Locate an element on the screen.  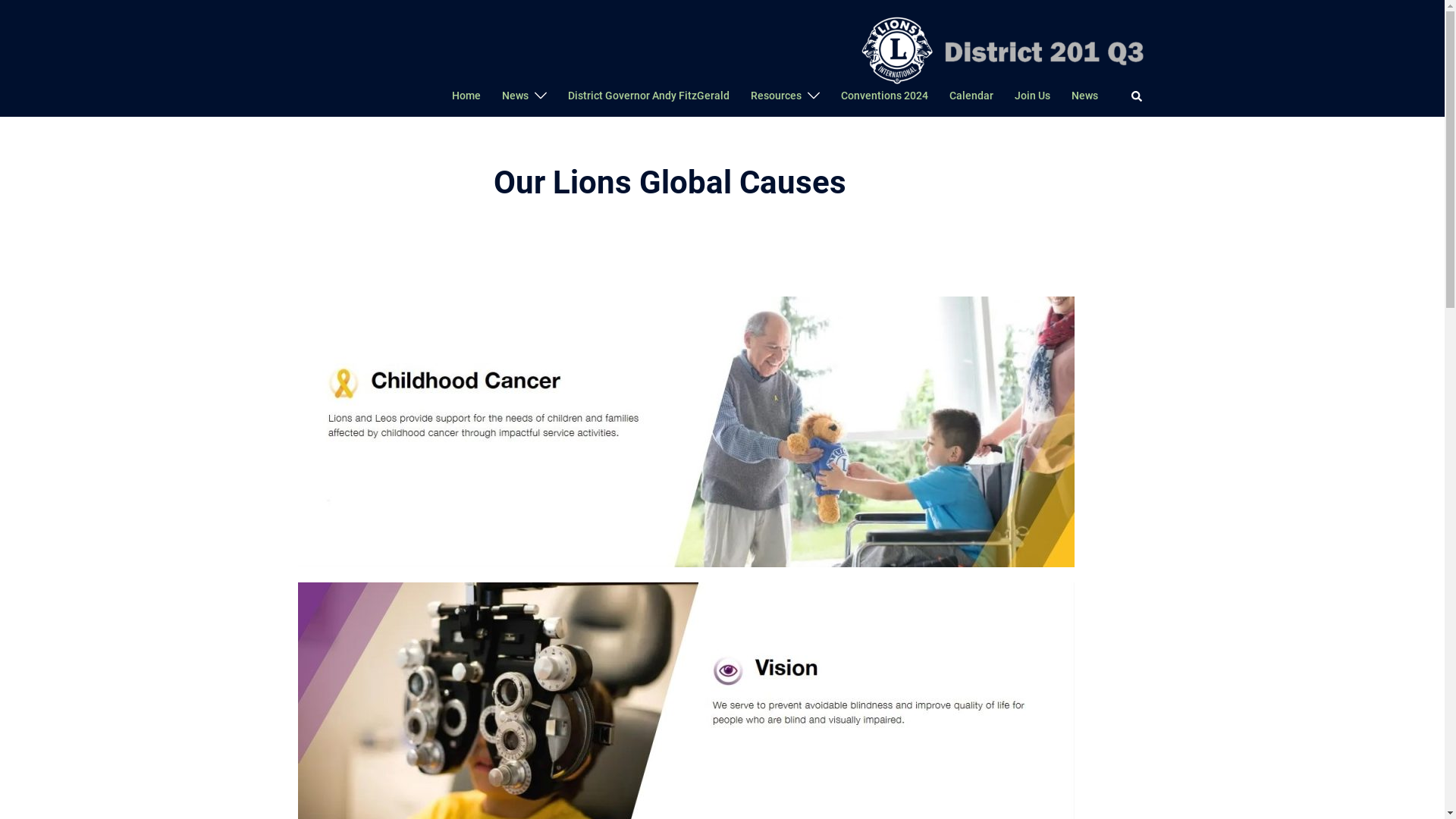
'District 201 Q3' is located at coordinates (999, 47).